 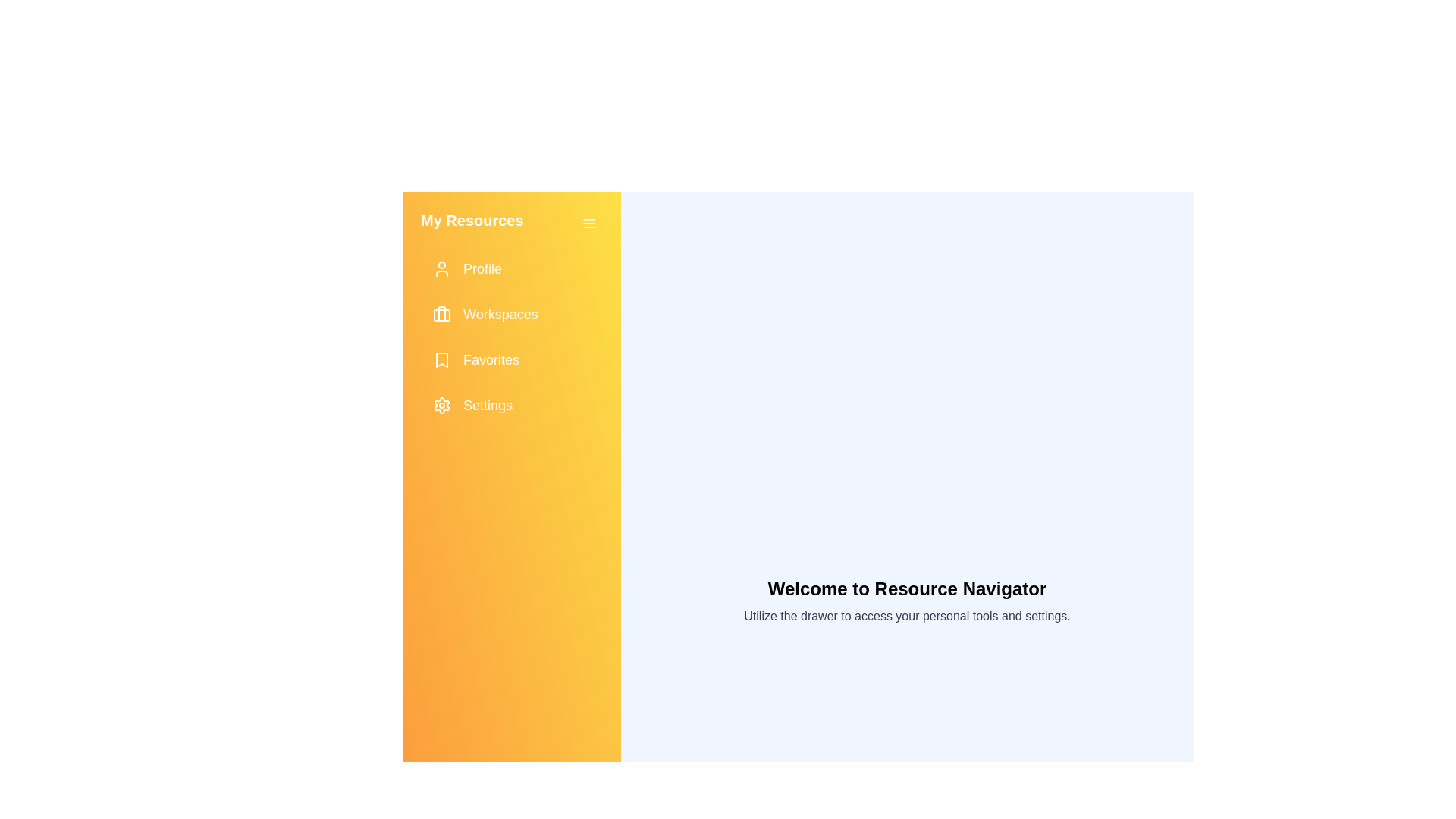 I want to click on the Settings button in the navigation drawer, so click(x=512, y=405).